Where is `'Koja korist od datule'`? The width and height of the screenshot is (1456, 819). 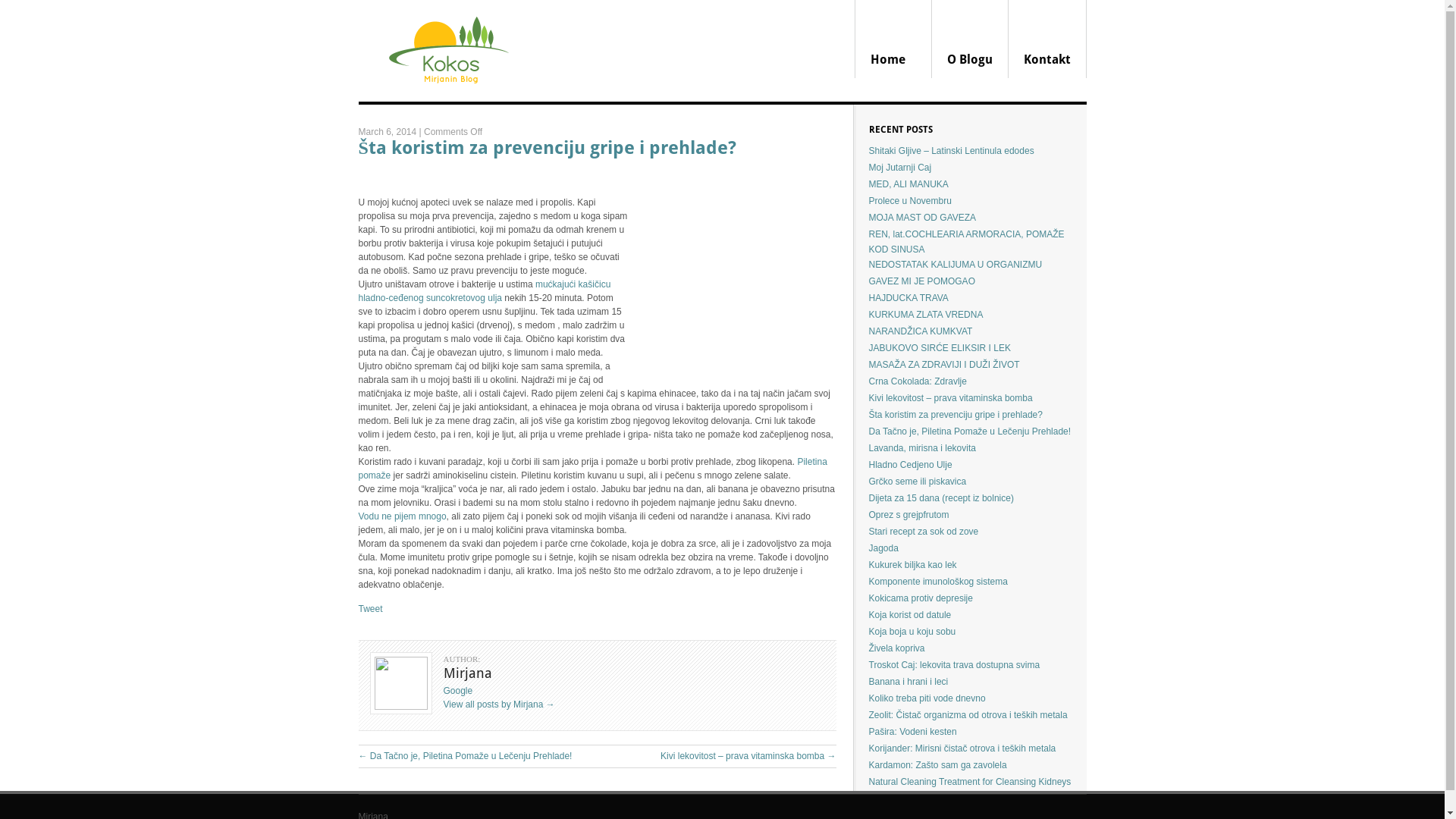
'Koja korist od datule' is located at coordinates (910, 614).